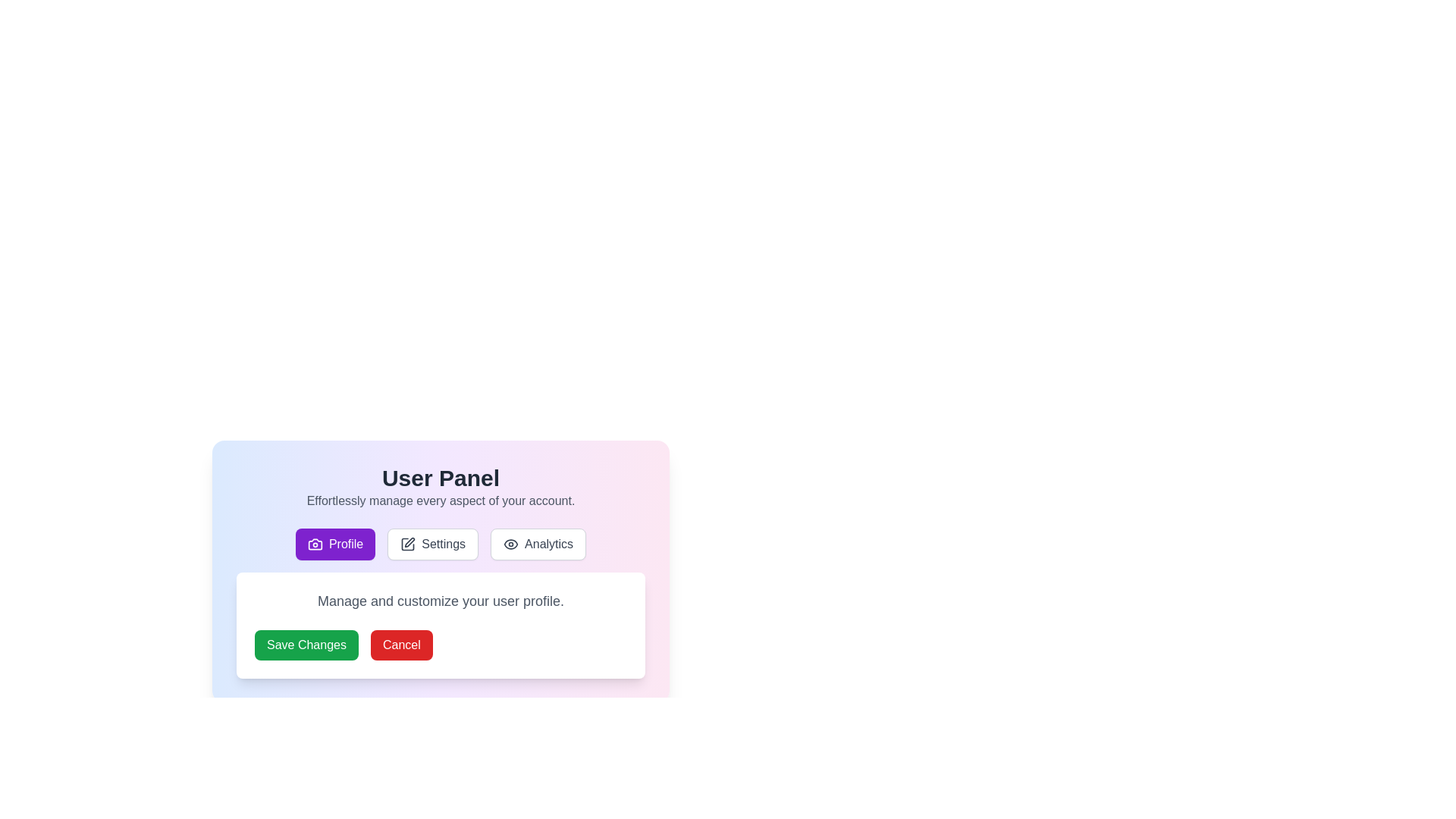  Describe the element at coordinates (334, 543) in the screenshot. I see `the Profile tab` at that location.